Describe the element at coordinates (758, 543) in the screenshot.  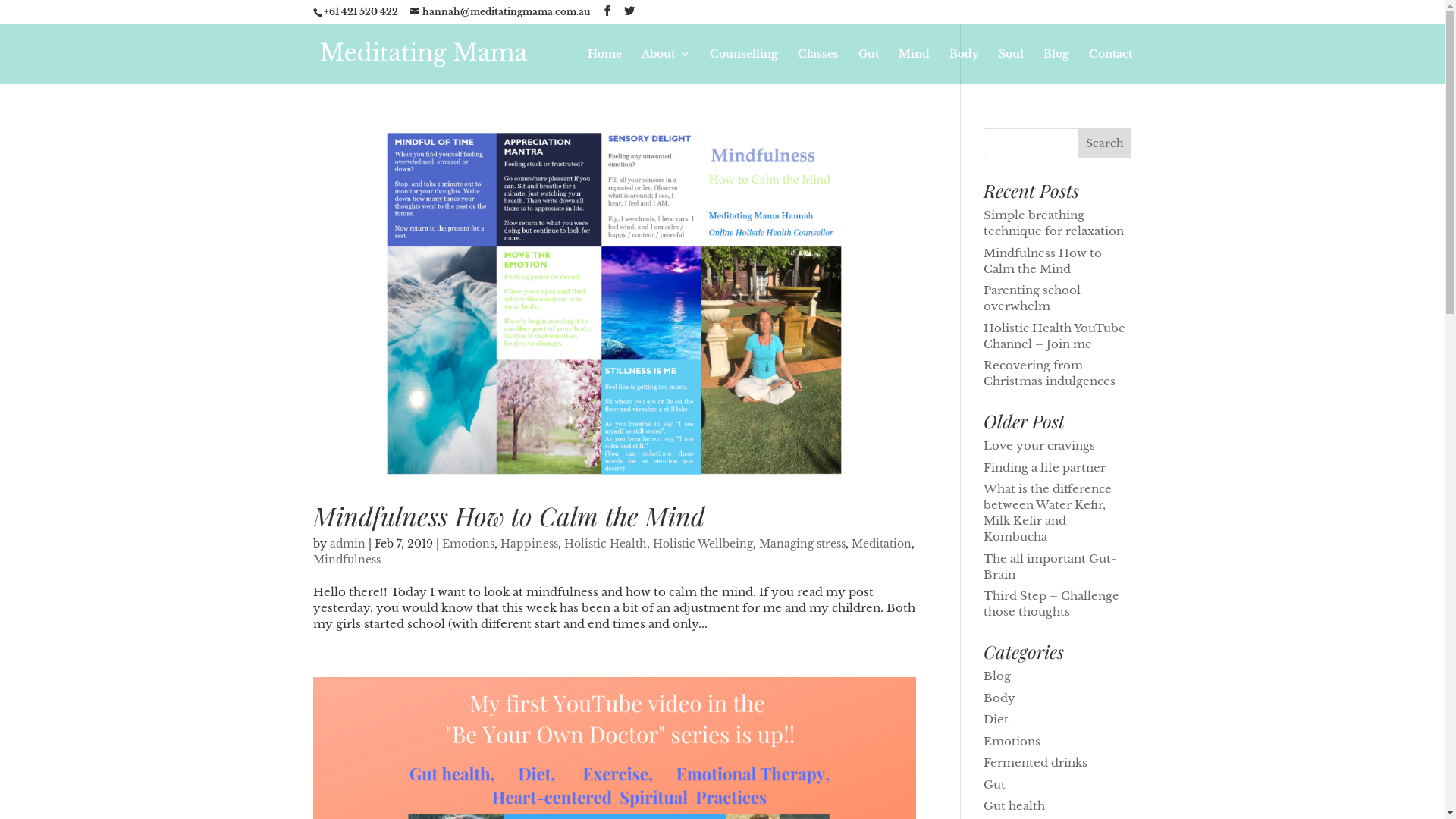
I see `'Managing stress'` at that location.